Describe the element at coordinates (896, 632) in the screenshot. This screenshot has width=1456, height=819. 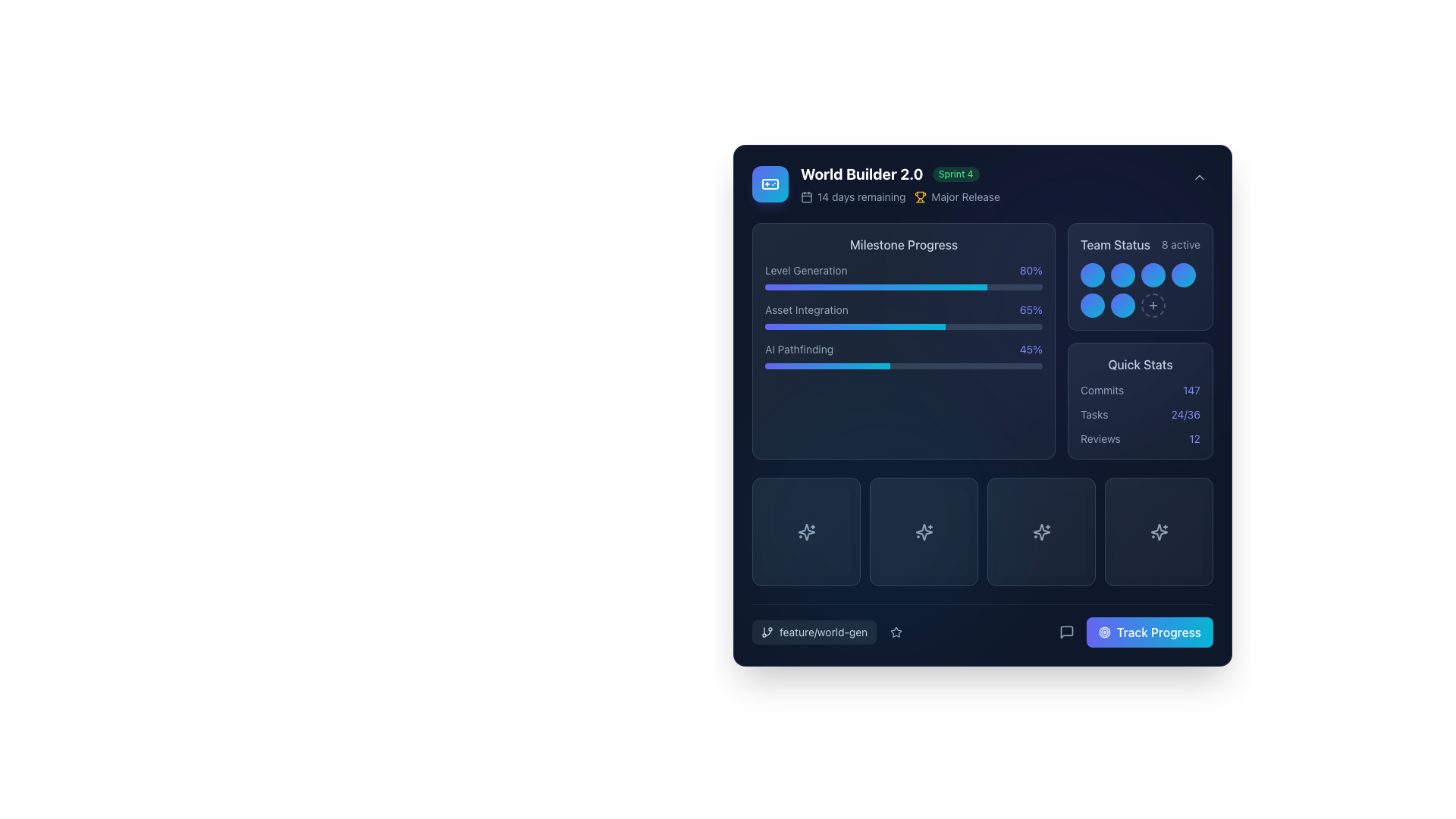
I see `the icon indicating favorites or importance located in the bottom bar of the card-like interface, positioned to the left side adjacent to text labels and other interactive buttons` at that location.